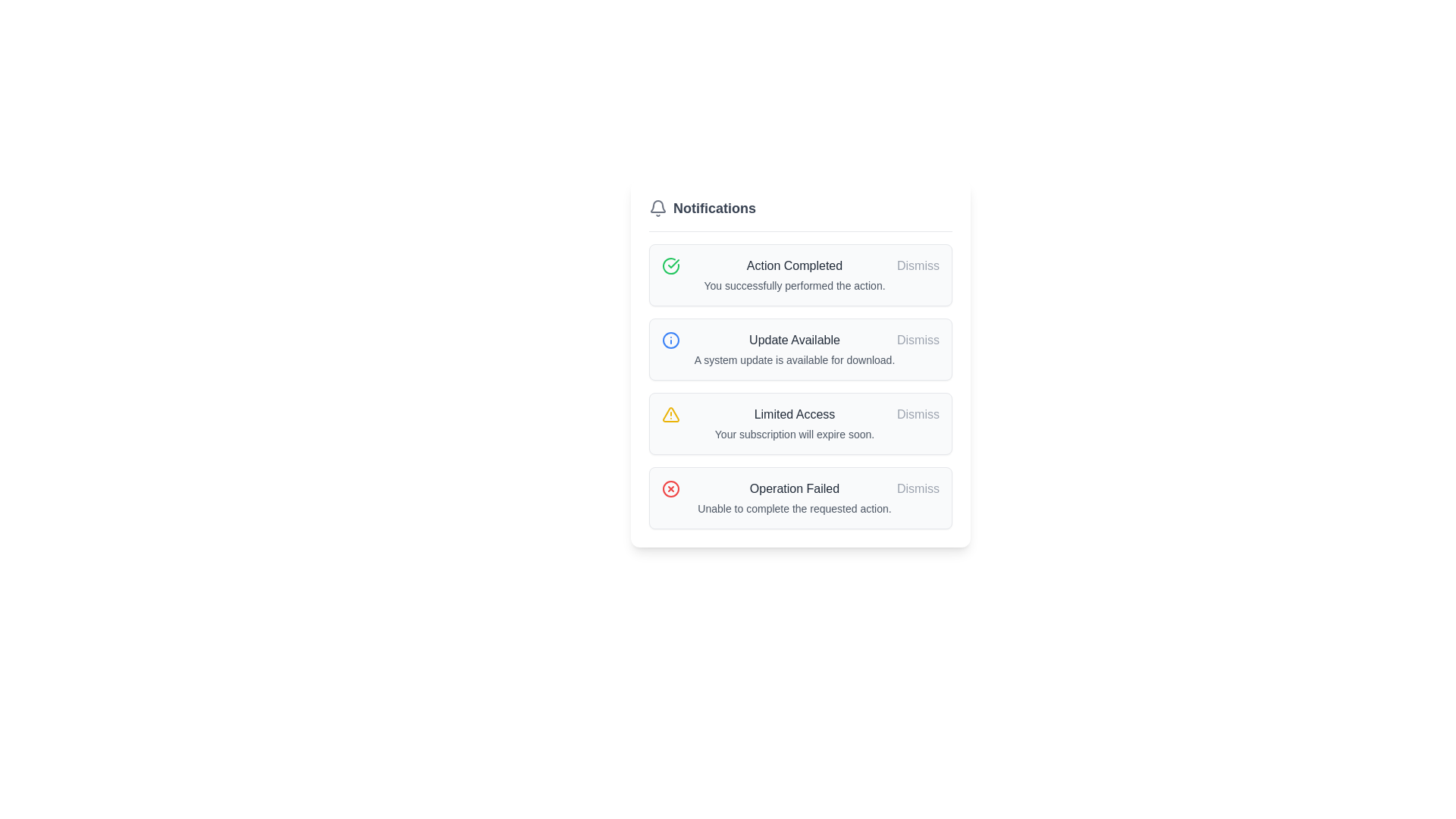  I want to click on the text label that reads 'Update Available.' It is styled with a gray font color and is positioned above the description text in the second notification card beneath the 'Notifications' heading, so click(793, 339).